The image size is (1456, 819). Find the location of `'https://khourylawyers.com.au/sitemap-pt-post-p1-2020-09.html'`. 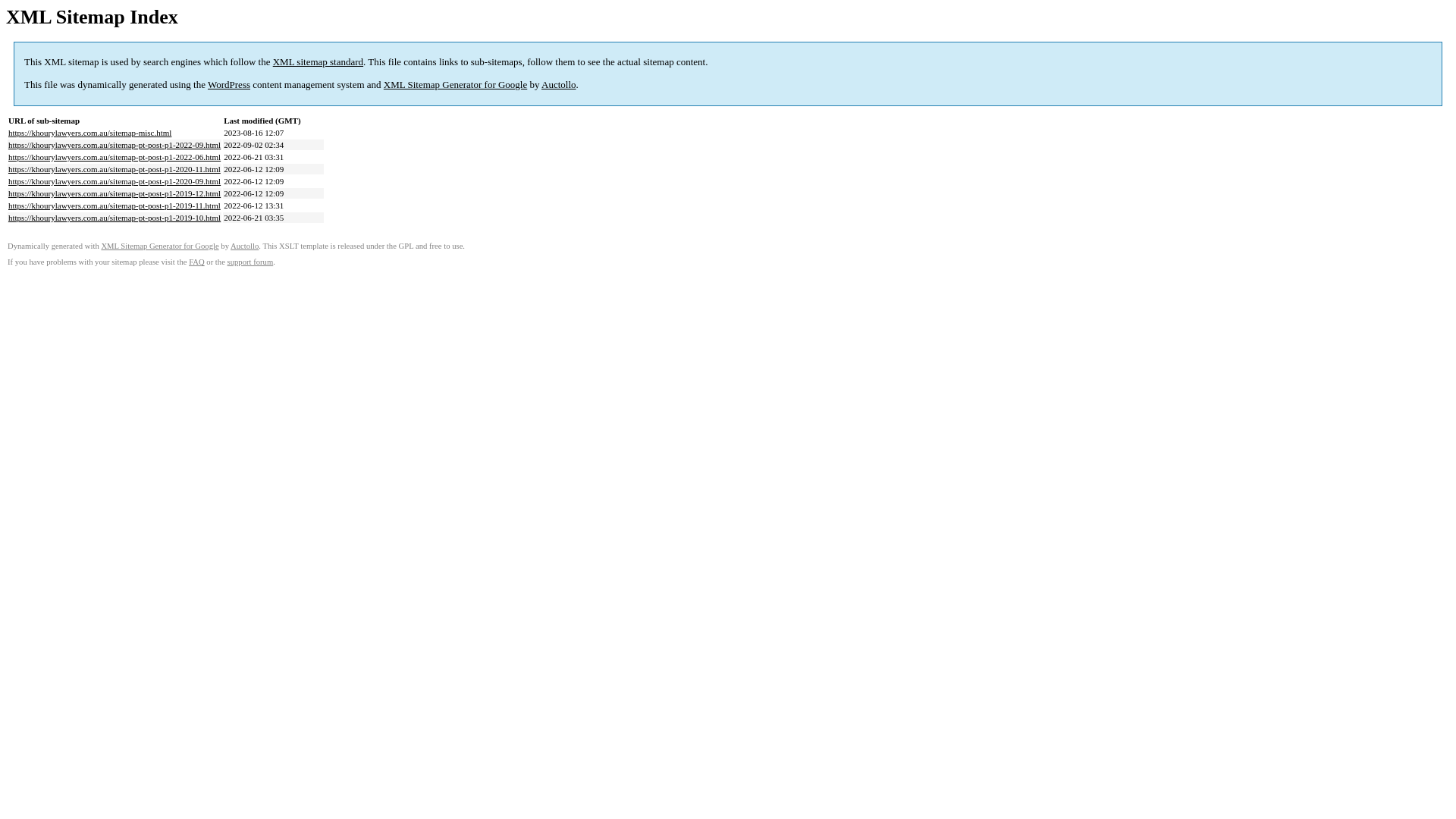

'https://khourylawyers.com.au/sitemap-pt-post-p1-2020-09.html' is located at coordinates (113, 180).